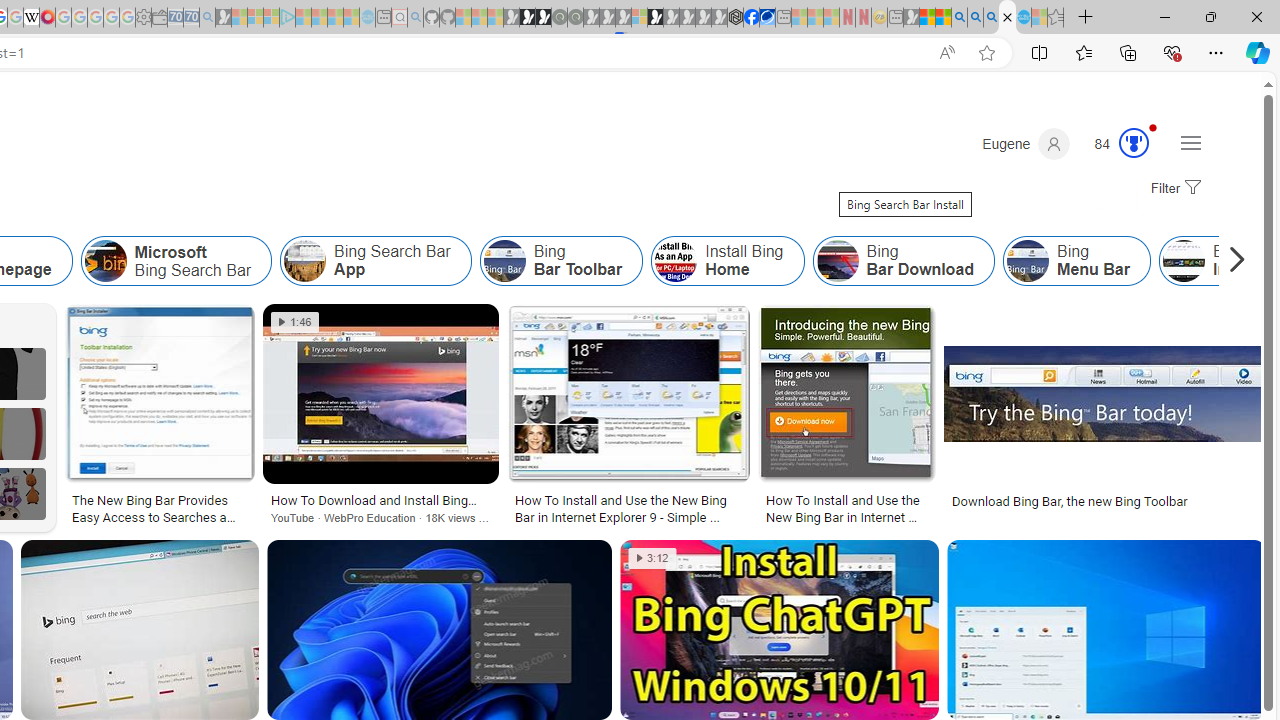 The width and height of the screenshot is (1280, 720). I want to click on 'Nordace - Cooler Bags', so click(735, 17).